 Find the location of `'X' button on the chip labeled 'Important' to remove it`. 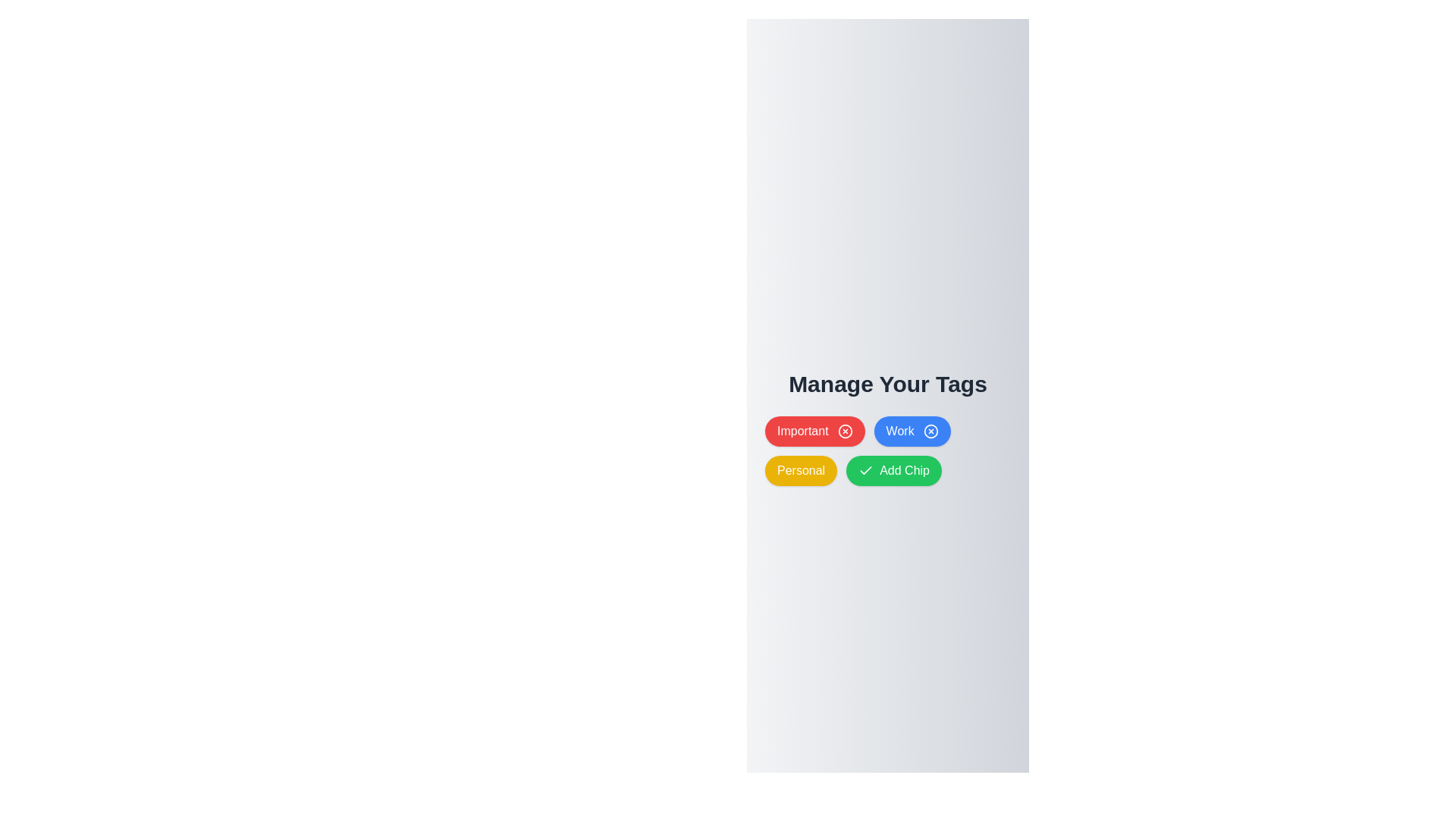

'X' button on the chip labeled 'Important' to remove it is located at coordinates (844, 431).